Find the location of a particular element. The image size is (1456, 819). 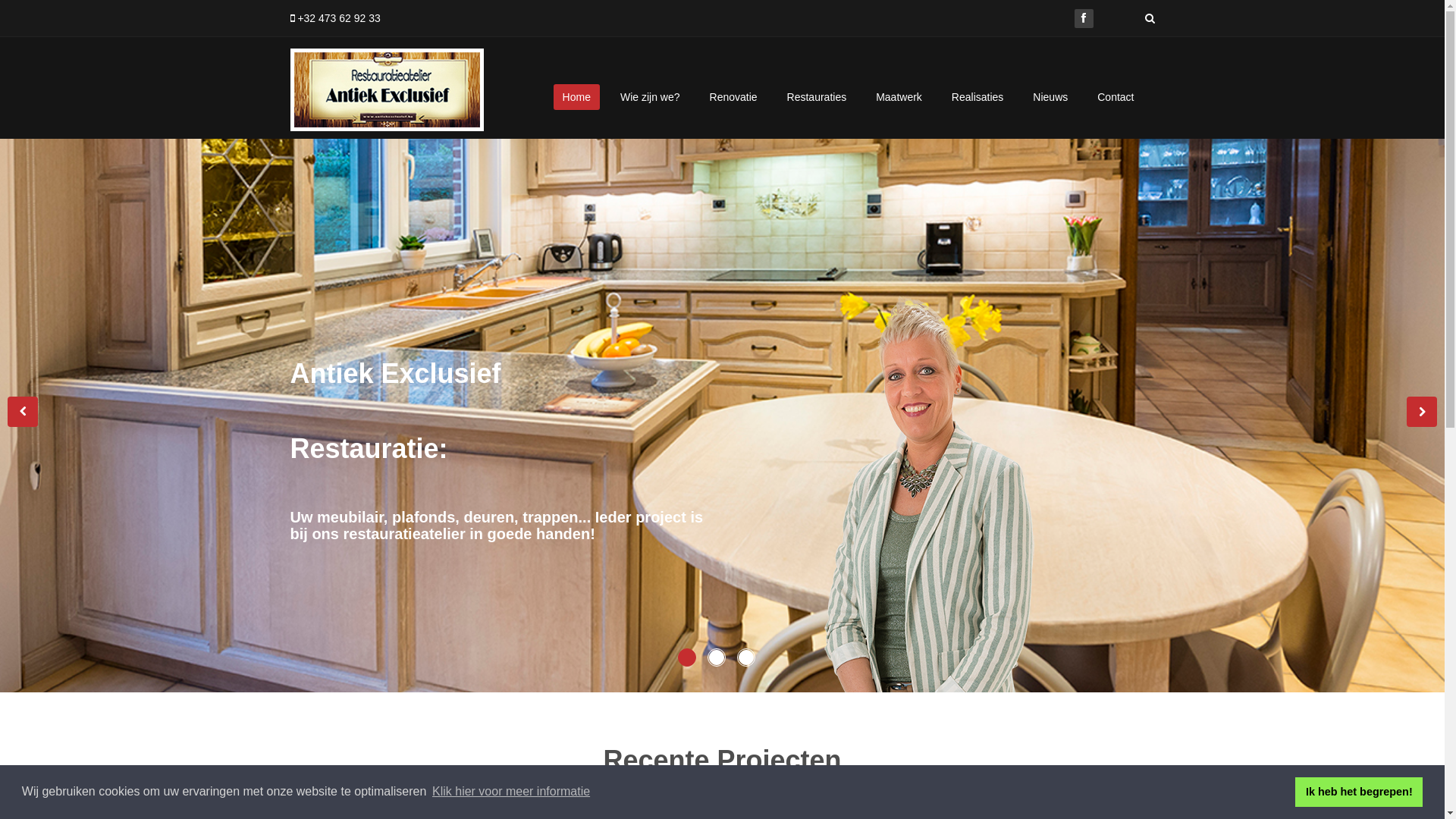

'Ik heb het begrepen!' is located at coordinates (1358, 791).